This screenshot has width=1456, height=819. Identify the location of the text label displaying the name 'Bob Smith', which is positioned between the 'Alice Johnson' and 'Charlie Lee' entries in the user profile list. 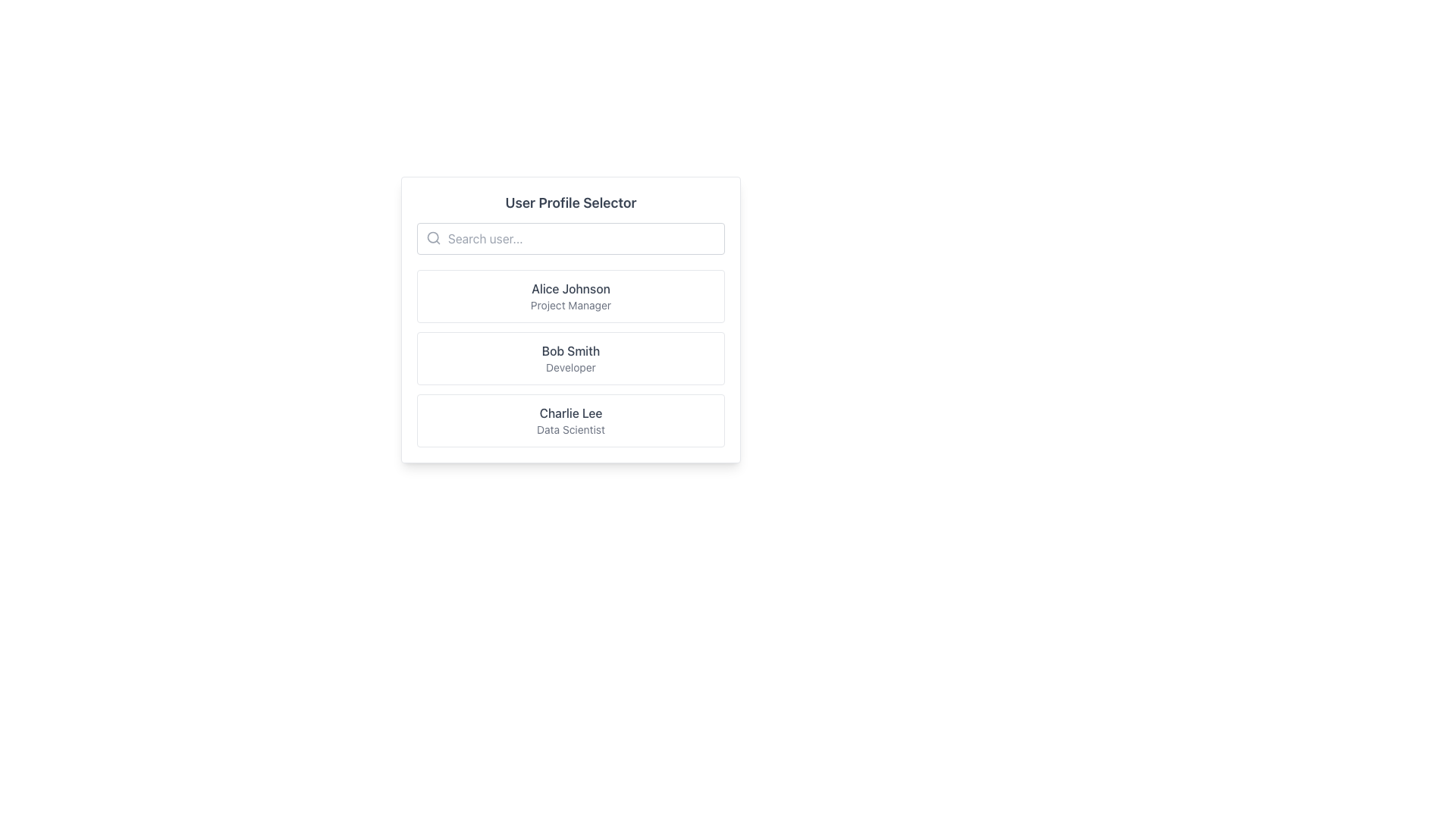
(570, 350).